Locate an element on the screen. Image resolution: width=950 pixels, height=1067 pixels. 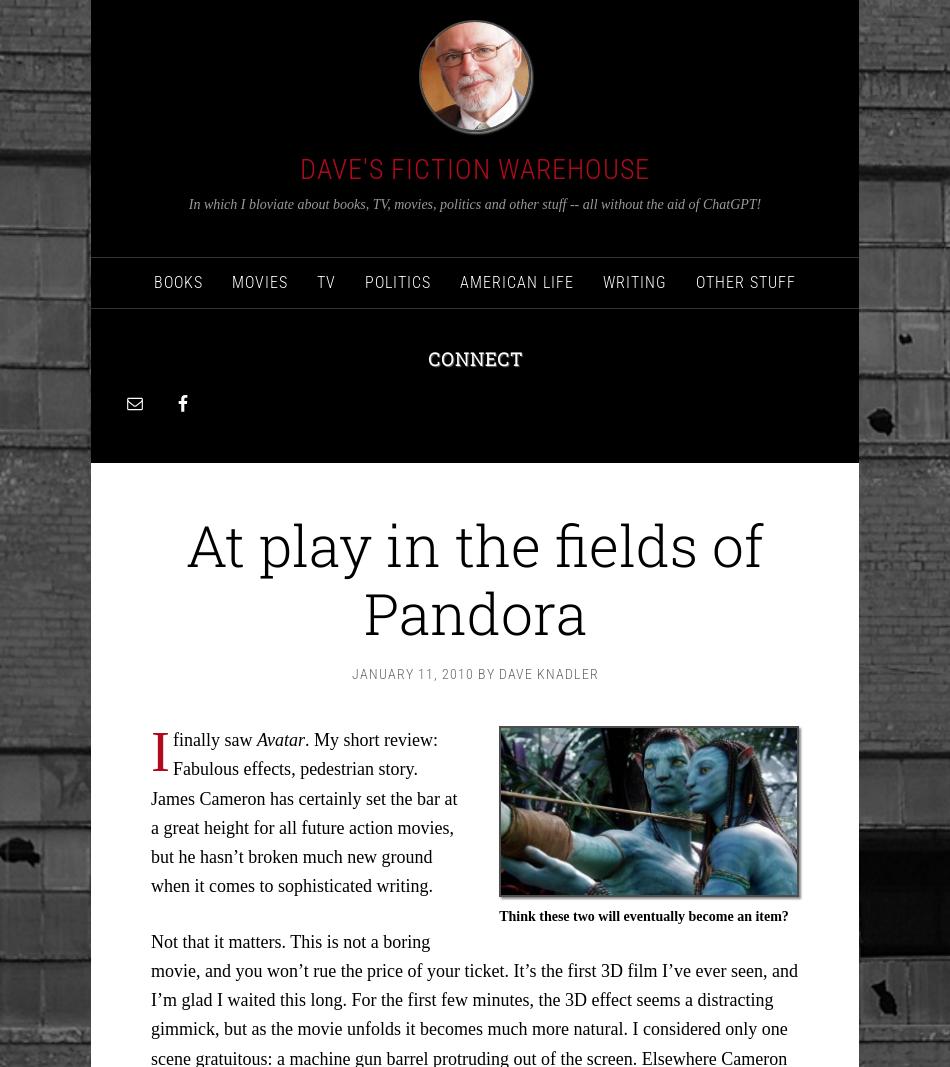
'Books' is located at coordinates (178, 281).